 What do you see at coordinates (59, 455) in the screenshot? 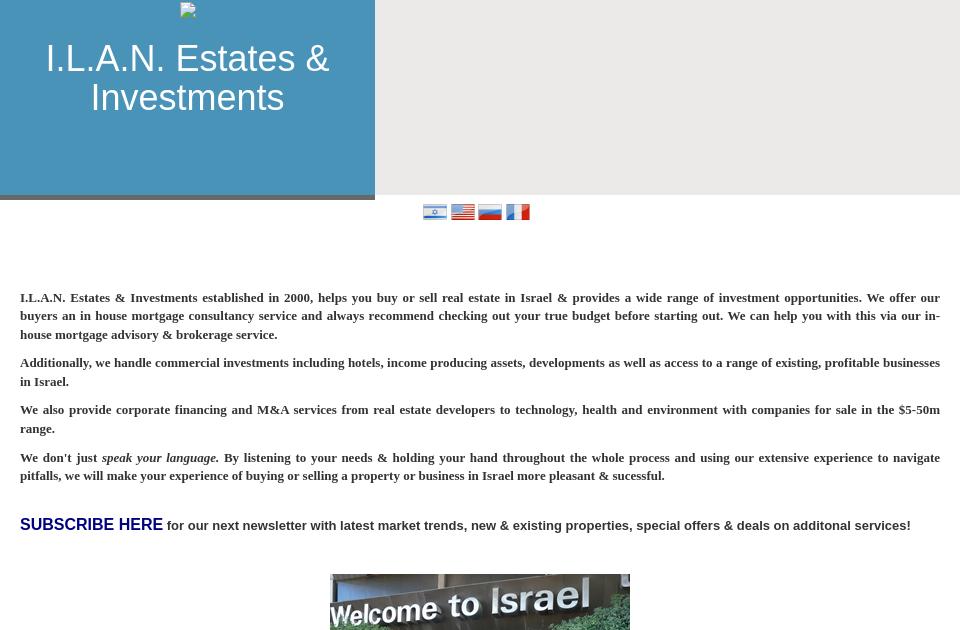
I see `'We don't just'` at bounding box center [59, 455].